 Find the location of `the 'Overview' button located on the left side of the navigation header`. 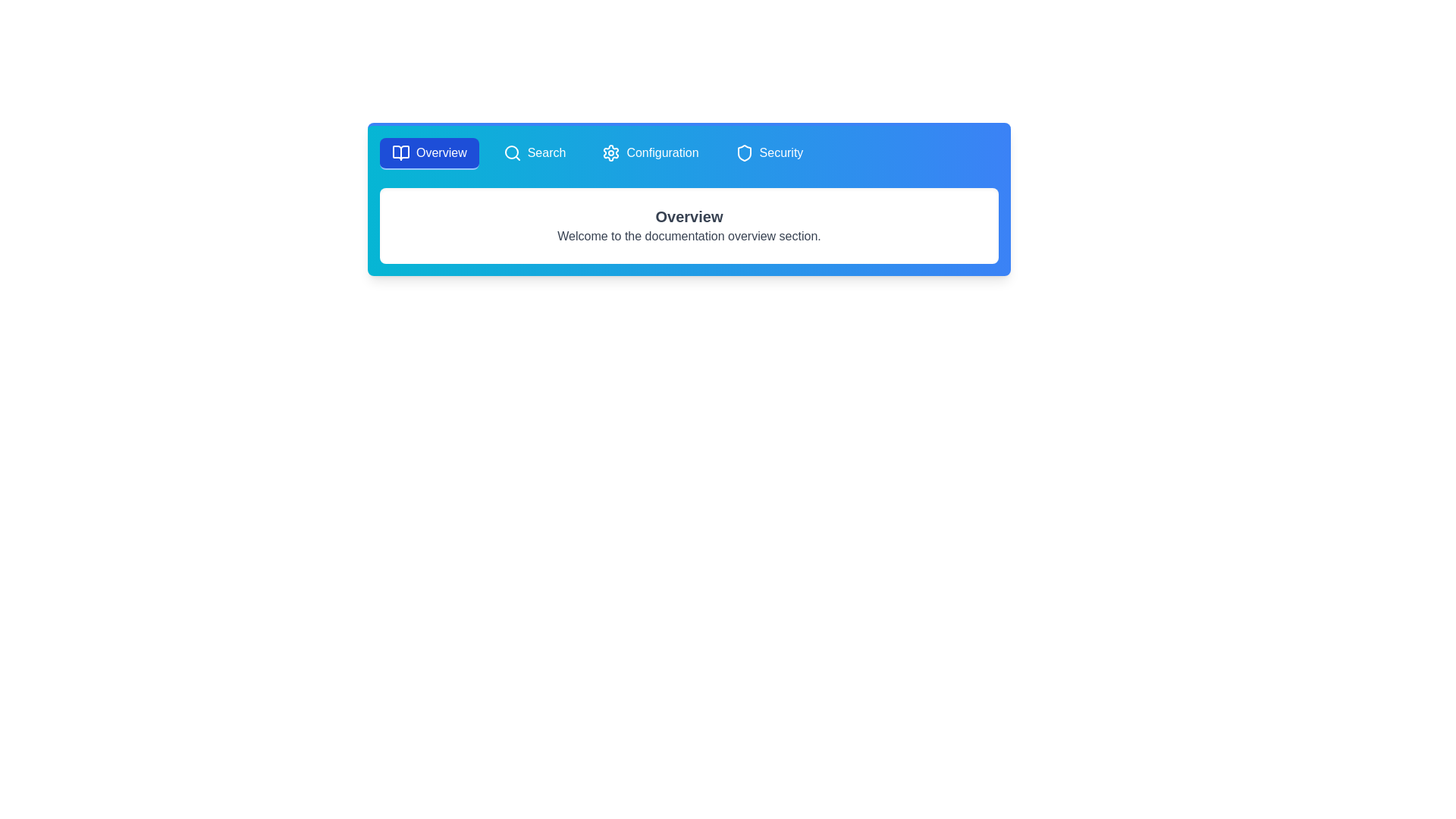

the 'Overview' button located on the left side of the navigation header is located at coordinates (428, 154).